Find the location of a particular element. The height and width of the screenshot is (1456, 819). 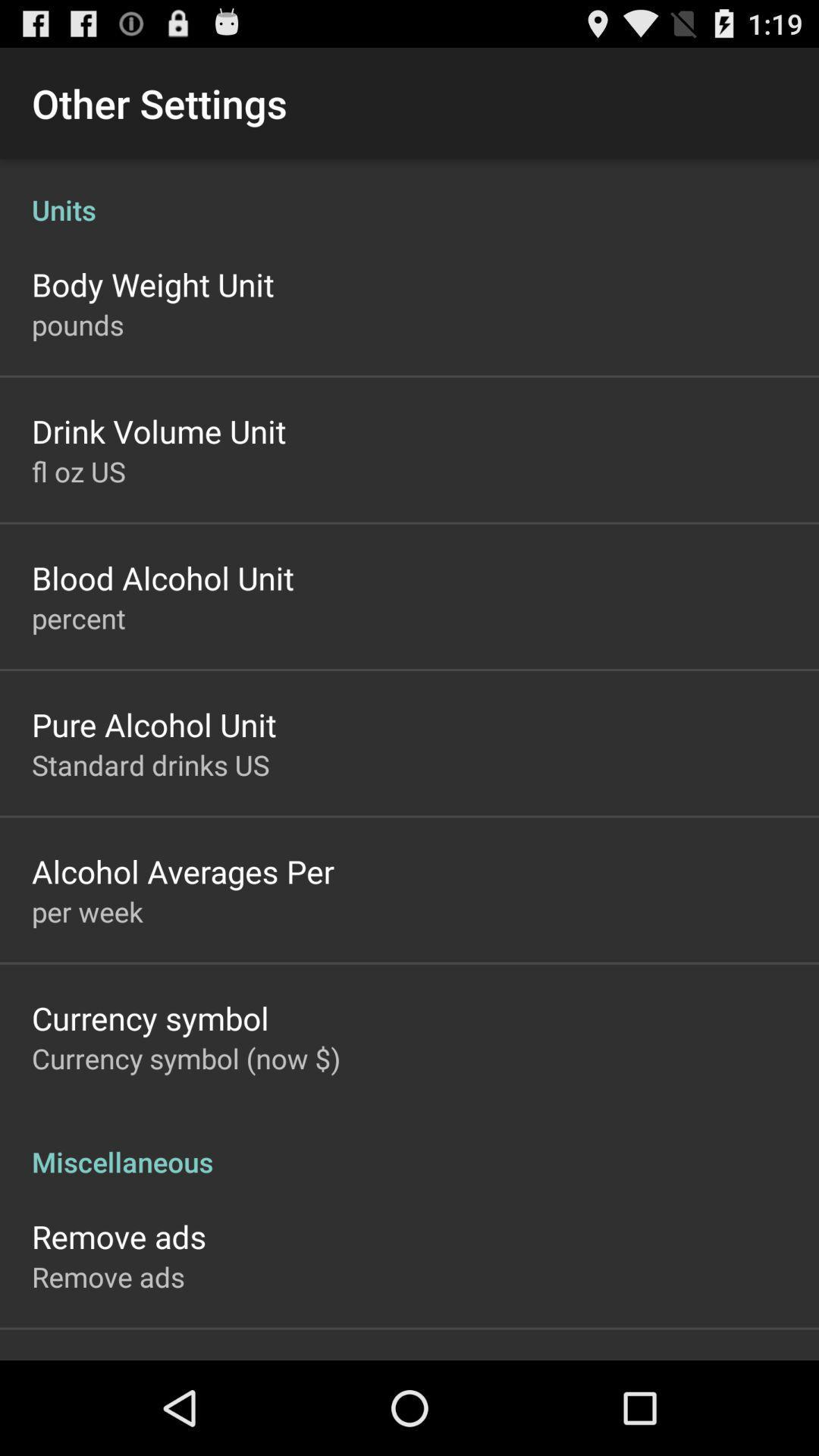

icon below the blood alcohol unit icon is located at coordinates (78, 618).